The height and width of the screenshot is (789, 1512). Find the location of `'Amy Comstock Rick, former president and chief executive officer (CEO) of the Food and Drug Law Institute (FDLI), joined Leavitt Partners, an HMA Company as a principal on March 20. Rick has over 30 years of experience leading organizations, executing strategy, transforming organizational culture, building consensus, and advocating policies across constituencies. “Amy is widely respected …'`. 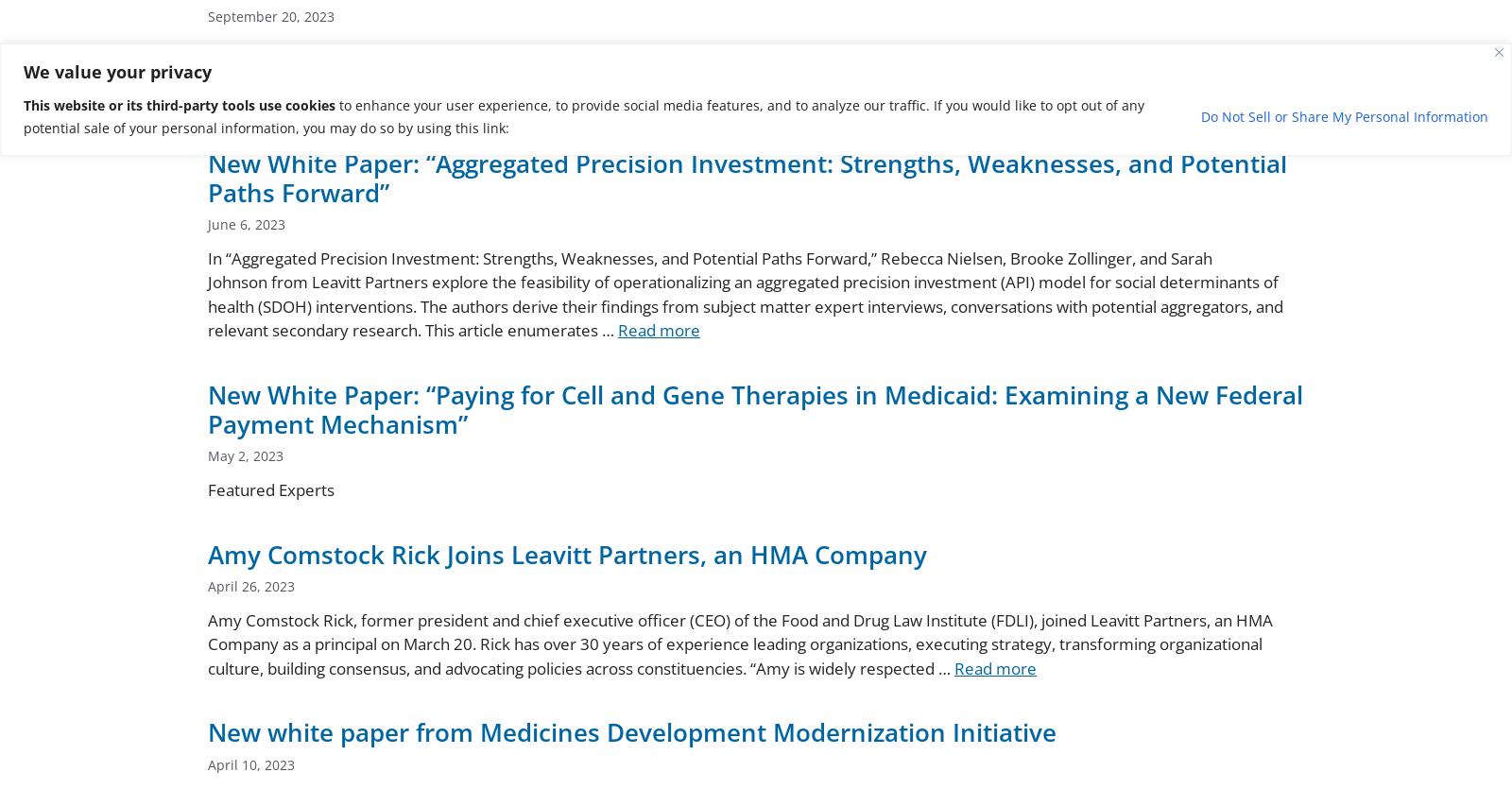

'Amy Comstock Rick, former president and chief executive officer (CEO) of the Food and Drug Law Institute (FDLI), joined Leavitt Partners, an HMA Company as a principal on March 20. Rick has over 30 years of experience leading organizations, executing strategy, transforming organizational culture, building consensus, and advocating policies across constituencies. “Amy is widely respected …' is located at coordinates (740, 643).